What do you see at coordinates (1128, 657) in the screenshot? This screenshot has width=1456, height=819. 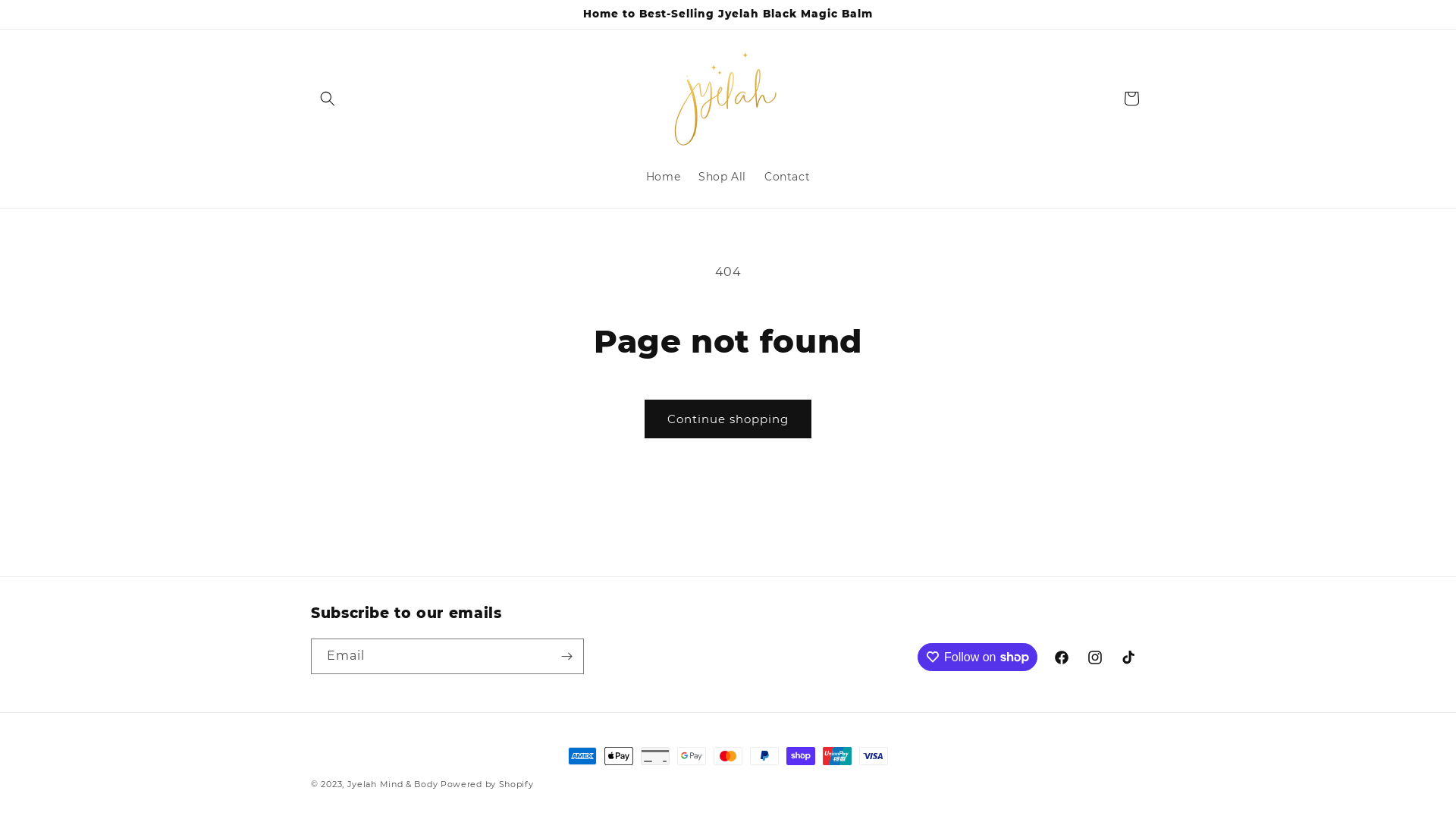 I see `'TikTok'` at bounding box center [1128, 657].